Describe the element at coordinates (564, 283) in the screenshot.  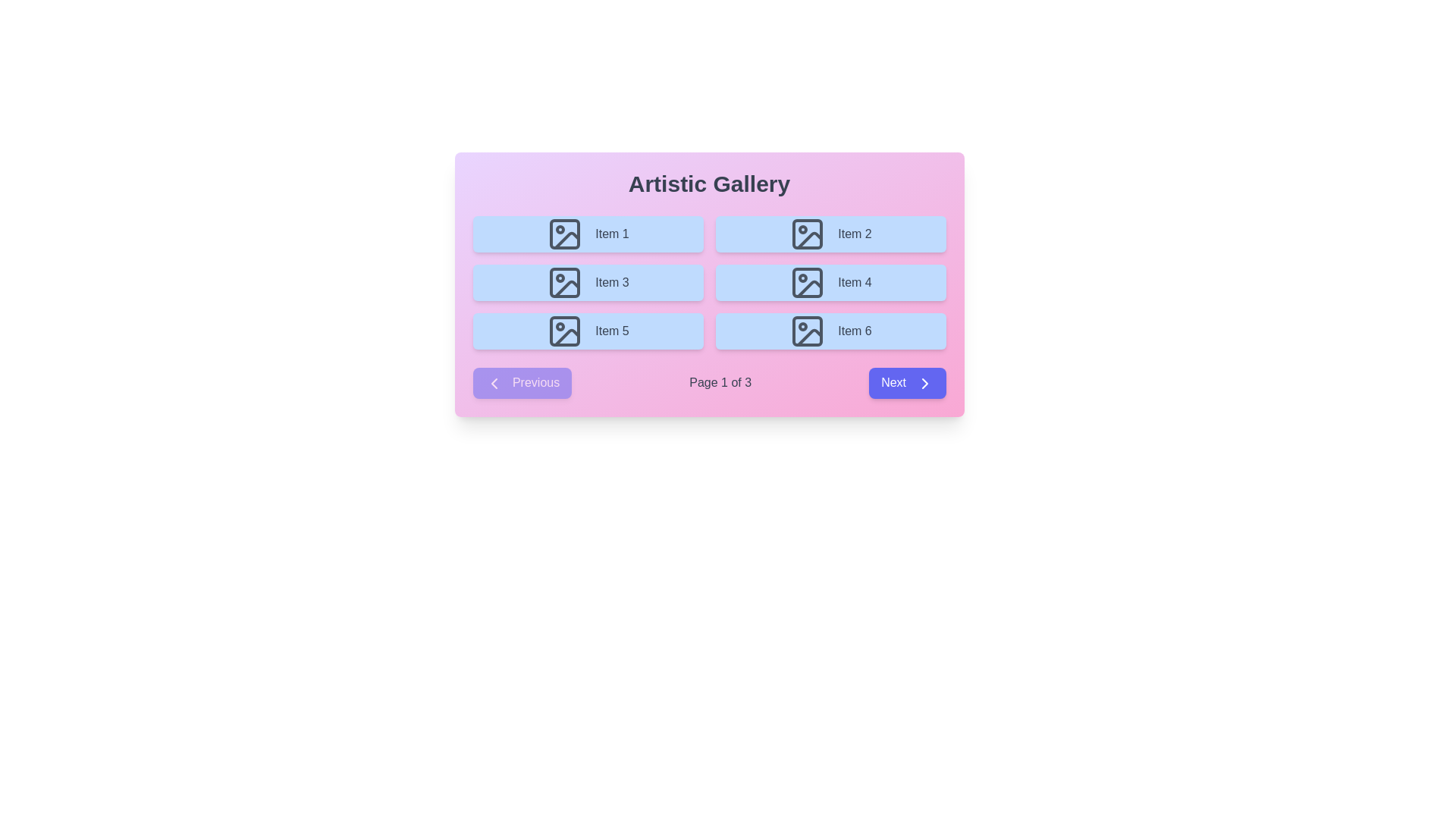
I see `the square UI component with rounded corners that serves as the background for the image icon of Item 3 in the 'Artistic Gallery'` at that location.